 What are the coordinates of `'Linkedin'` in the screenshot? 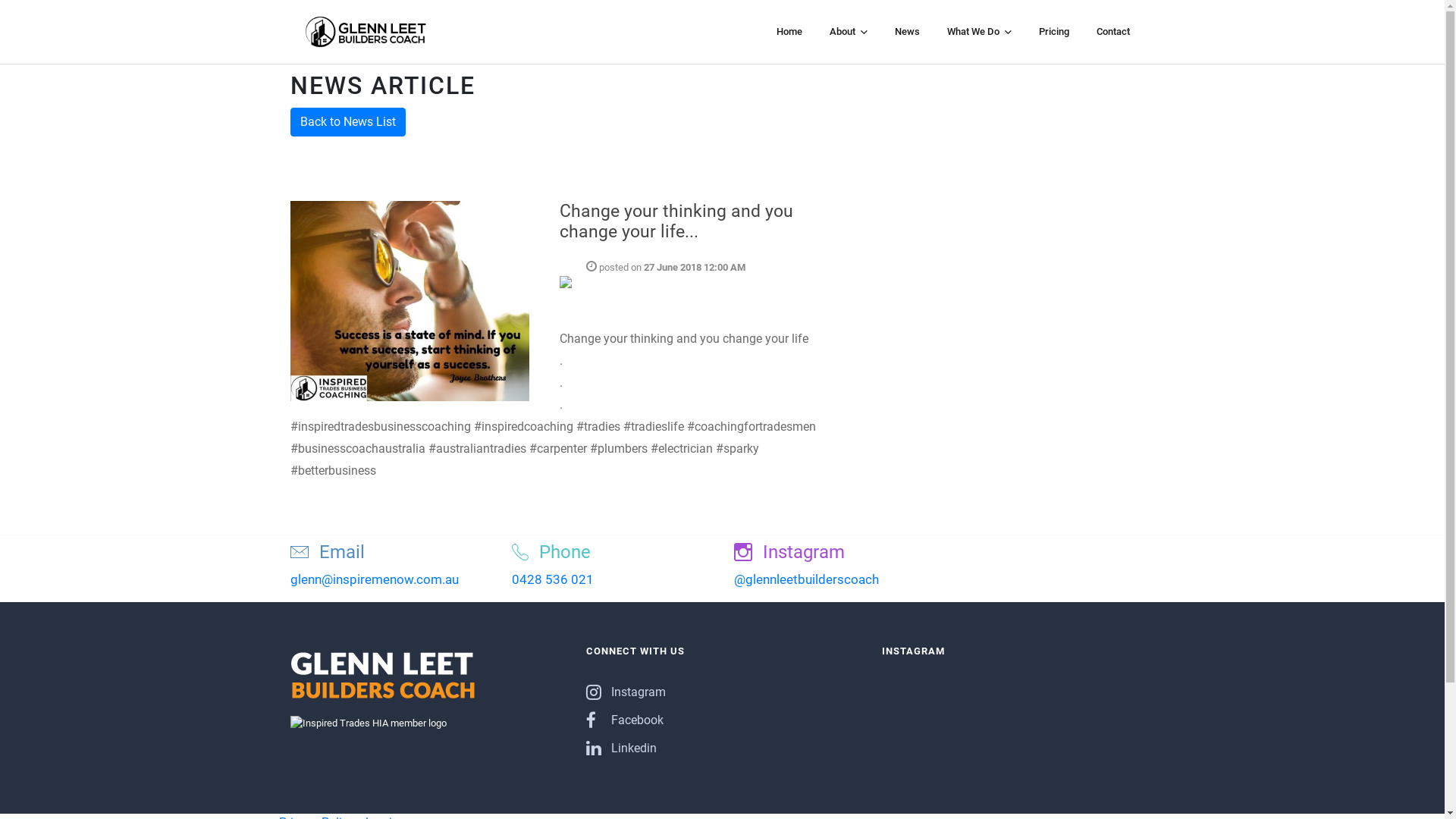 It's located at (620, 747).